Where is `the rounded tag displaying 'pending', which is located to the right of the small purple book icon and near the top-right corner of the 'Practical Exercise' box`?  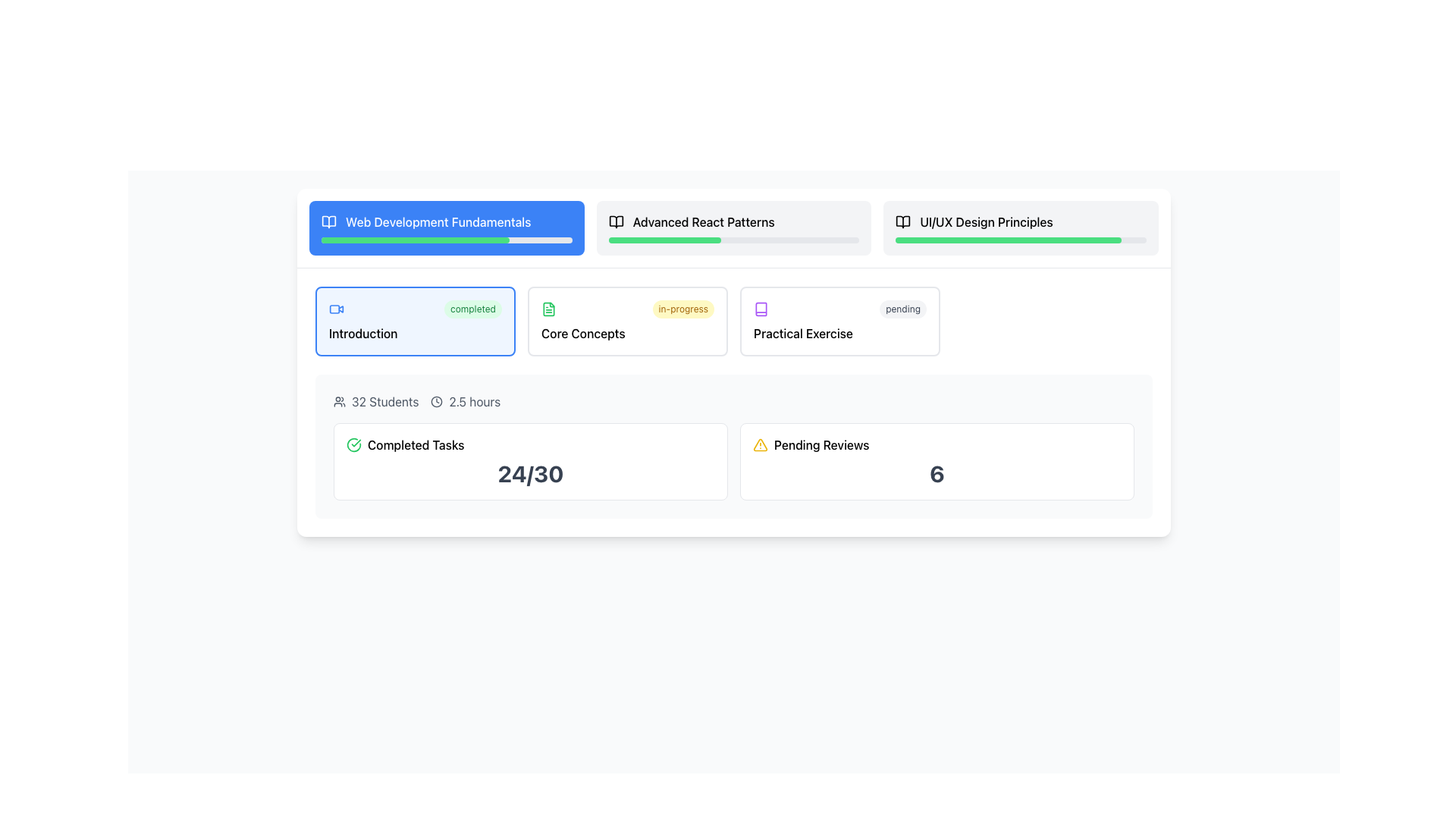
the rounded tag displaying 'pending', which is located to the right of the small purple book icon and near the top-right corner of the 'Practical Exercise' box is located at coordinates (903, 309).